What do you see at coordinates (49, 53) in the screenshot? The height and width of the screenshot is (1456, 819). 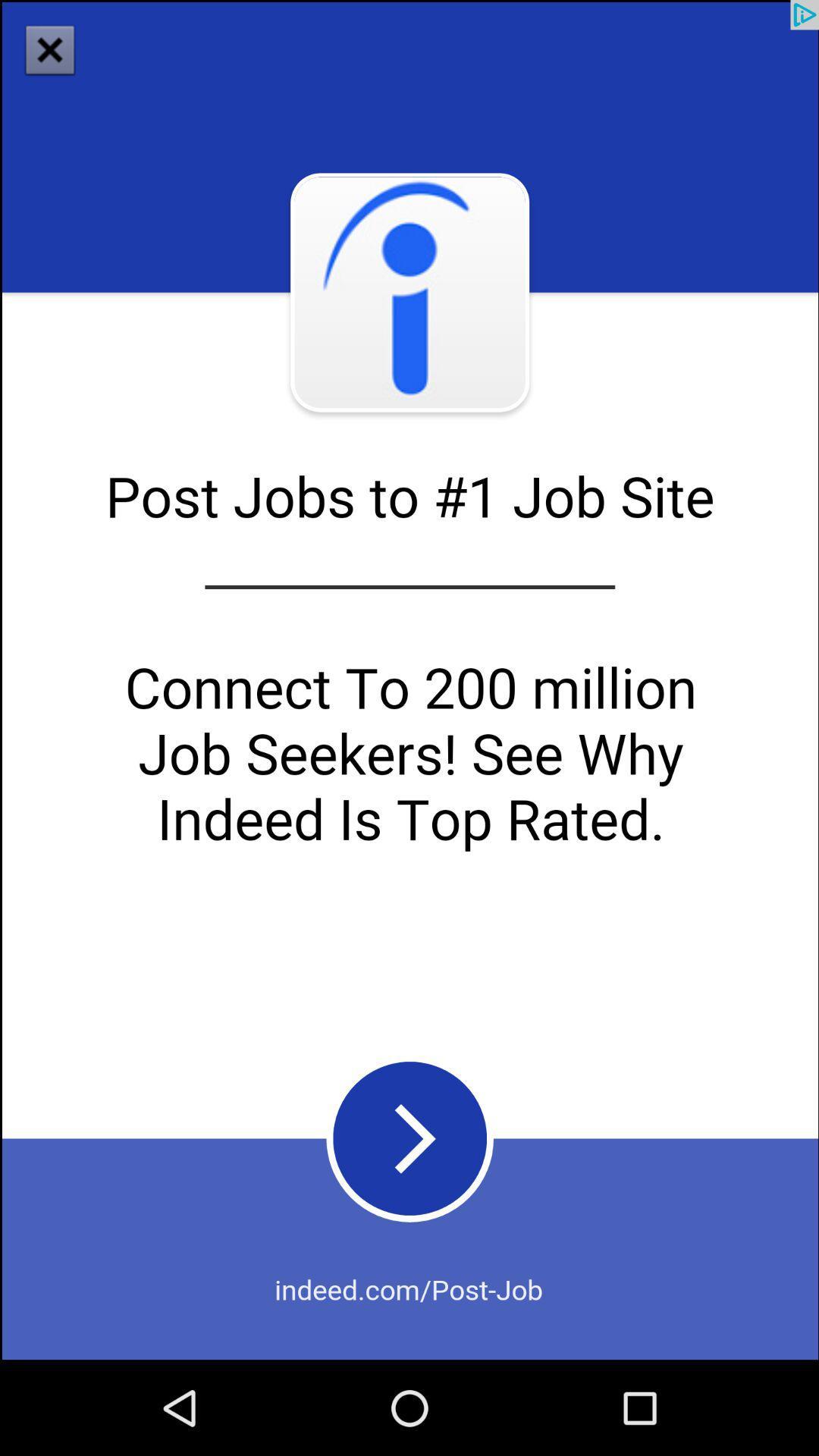 I see `the close icon` at bounding box center [49, 53].